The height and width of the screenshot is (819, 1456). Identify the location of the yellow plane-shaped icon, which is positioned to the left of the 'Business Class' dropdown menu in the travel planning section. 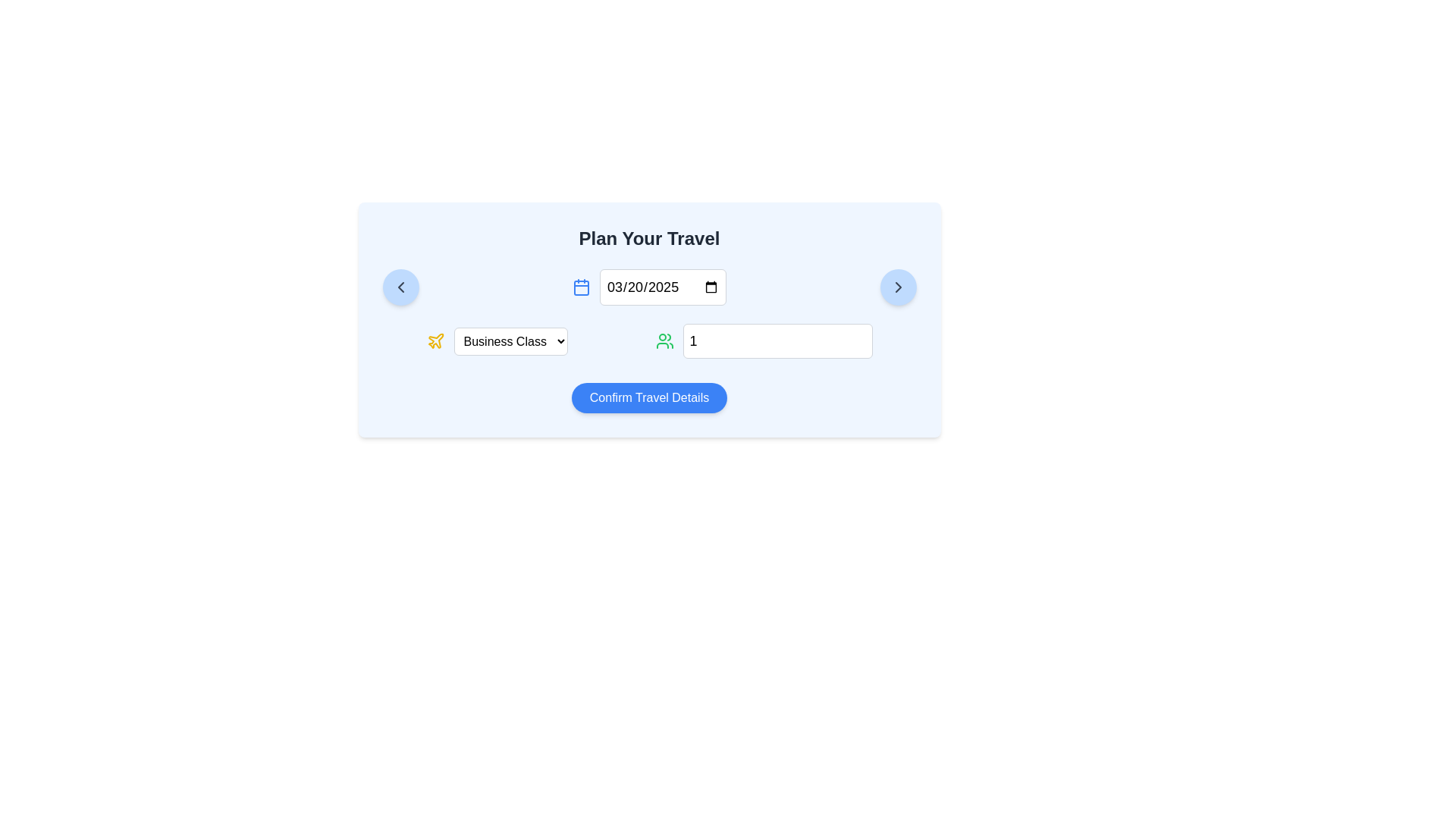
(435, 340).